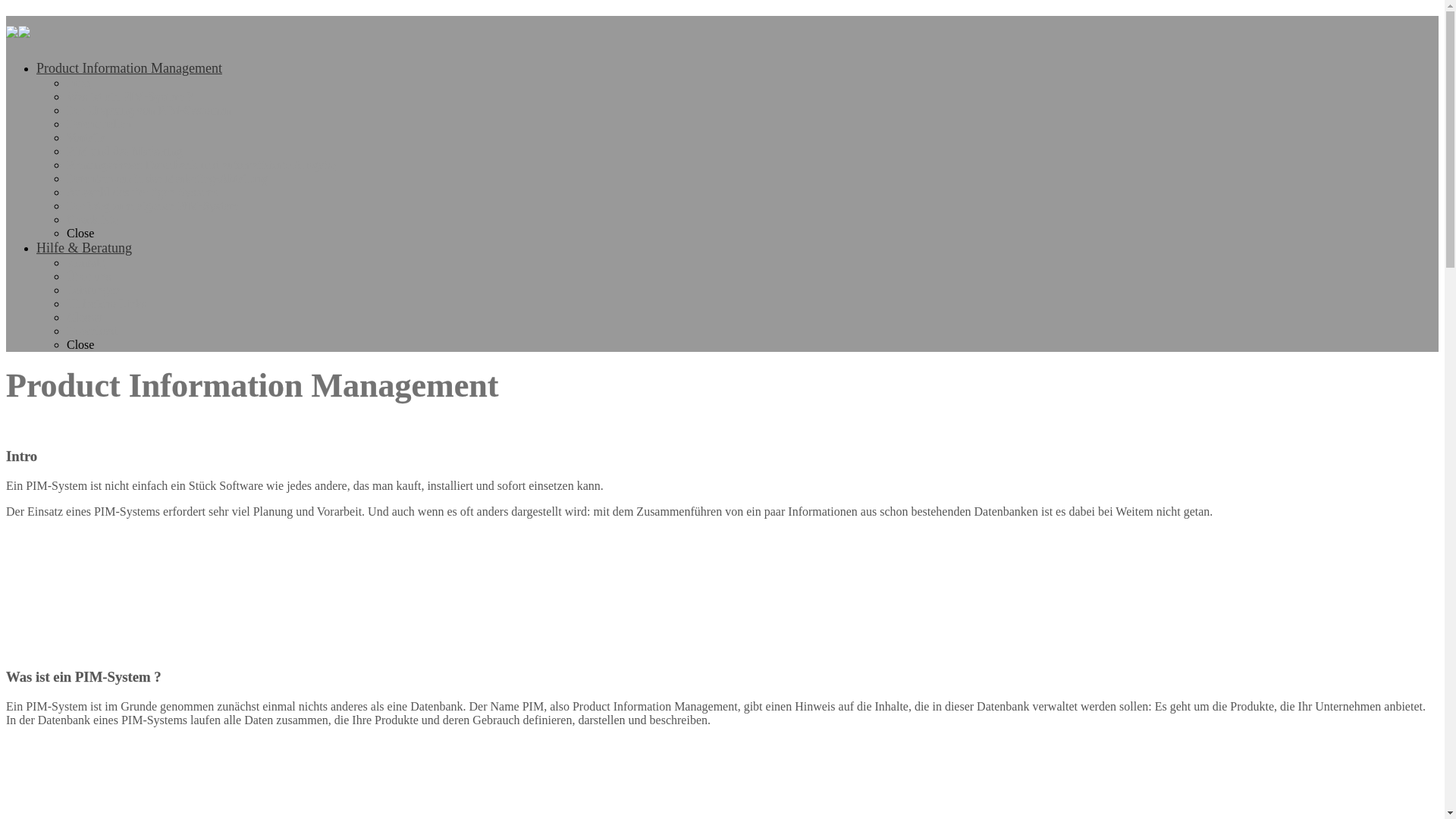 The image size is (1456, 819). Describe the element at coordinates (142, 191) in the screenshot. I see `'Auswahl des richtigen Systems'` at that location.